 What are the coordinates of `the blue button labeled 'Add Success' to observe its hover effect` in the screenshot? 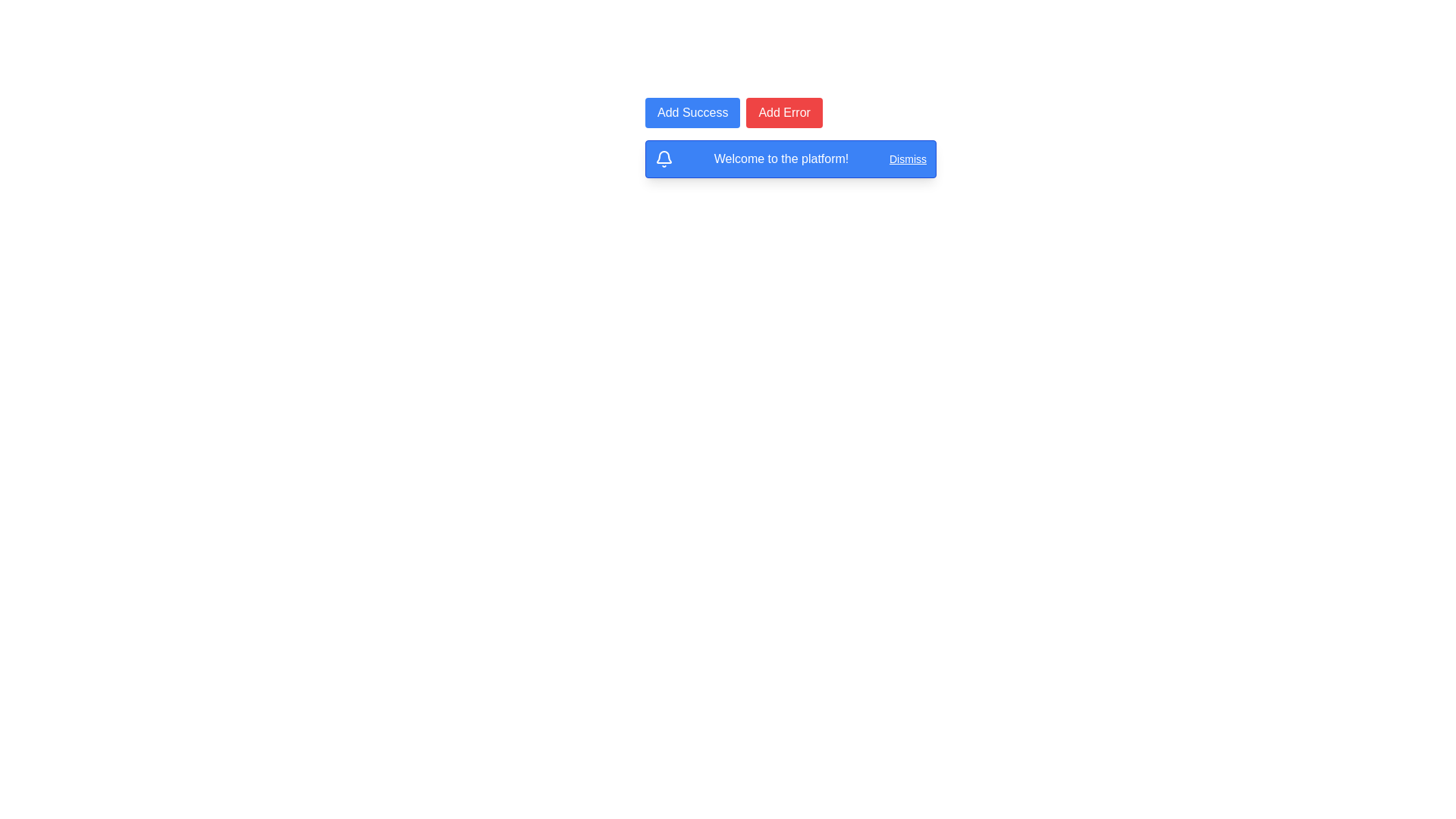 It's located at (692, 112).